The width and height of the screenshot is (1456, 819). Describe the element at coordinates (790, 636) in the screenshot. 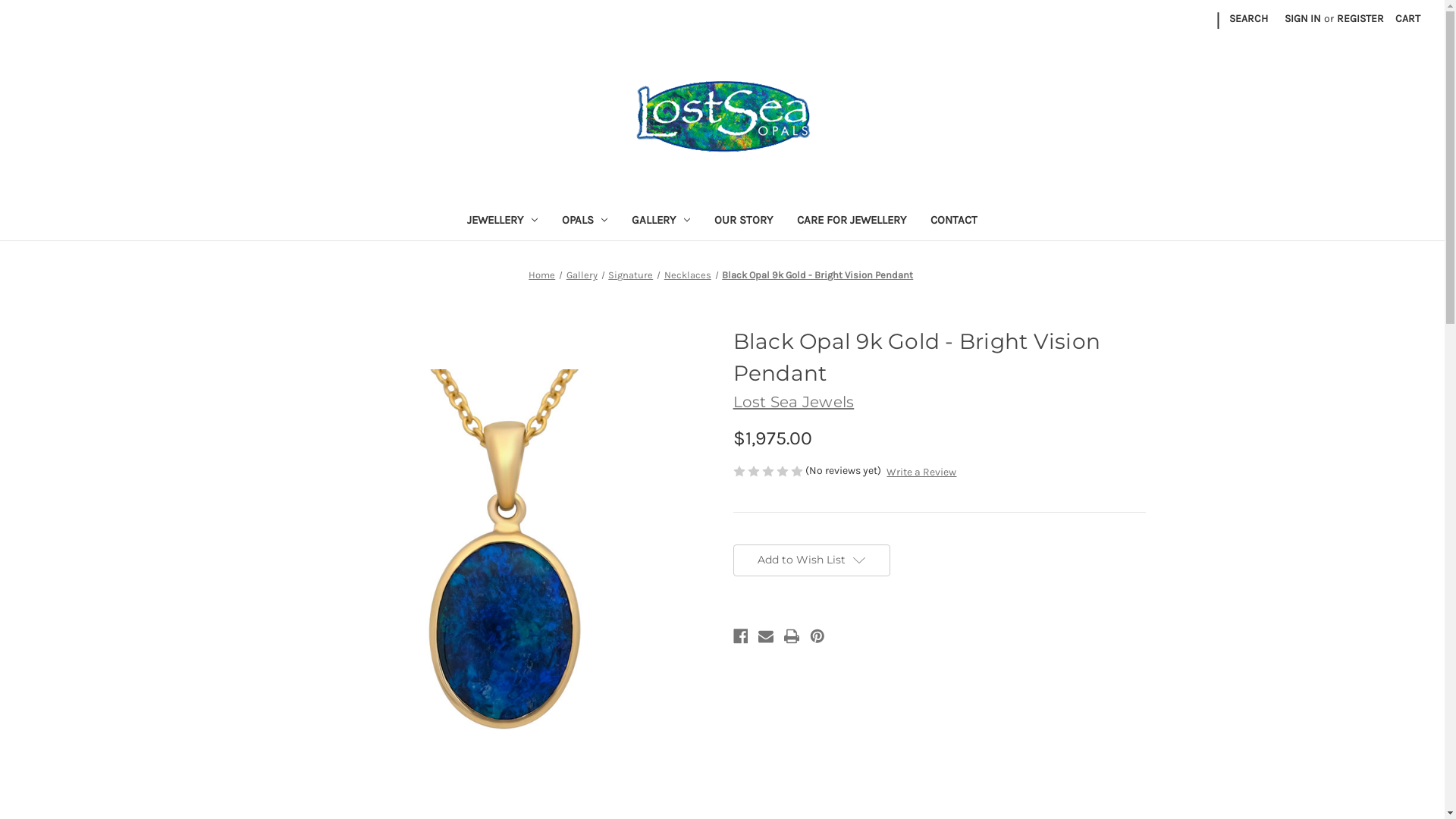

I see `'Print'` at that location.